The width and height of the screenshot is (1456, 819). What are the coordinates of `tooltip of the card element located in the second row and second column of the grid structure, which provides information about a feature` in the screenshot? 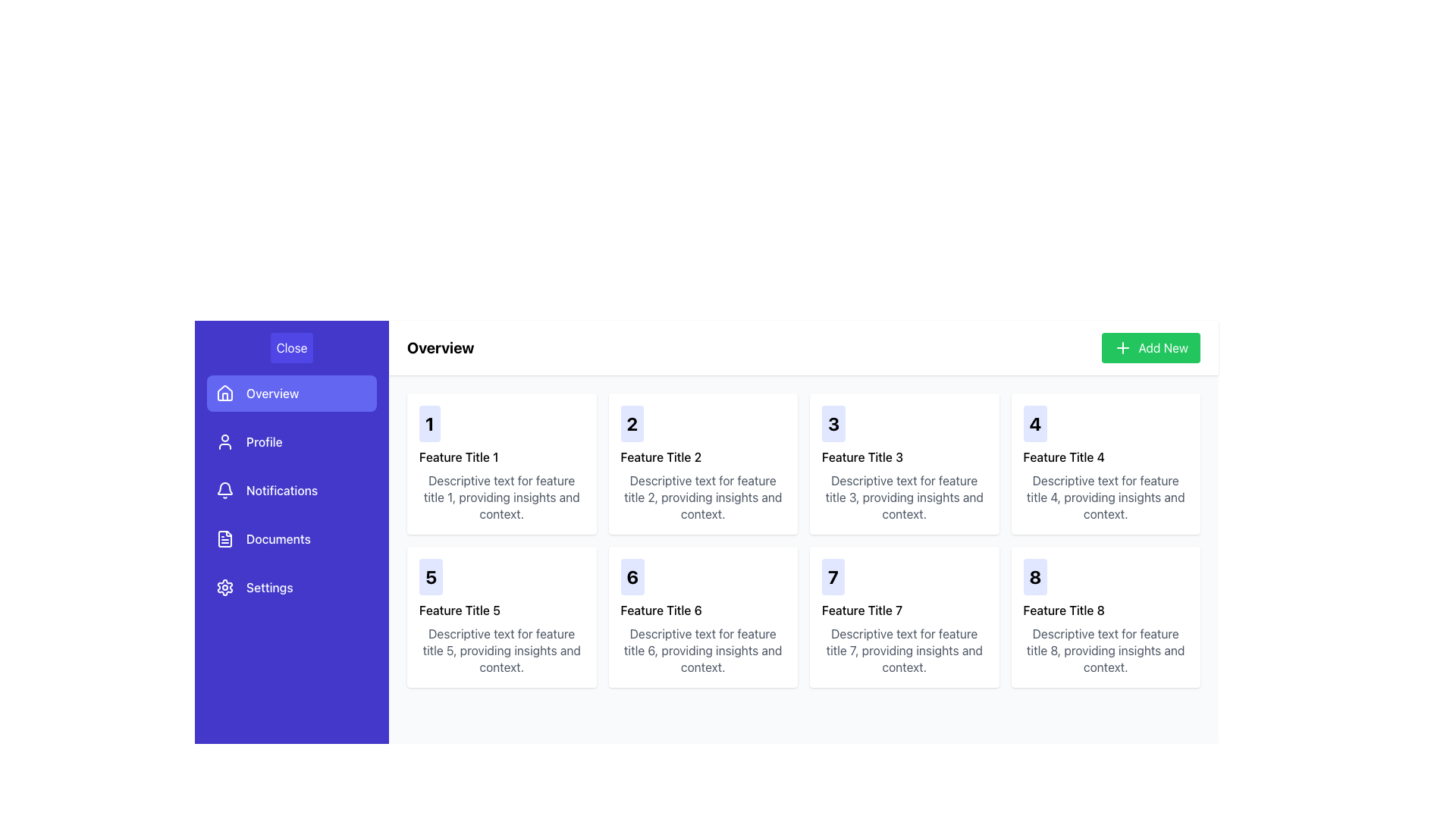 It's located at (702, 617).